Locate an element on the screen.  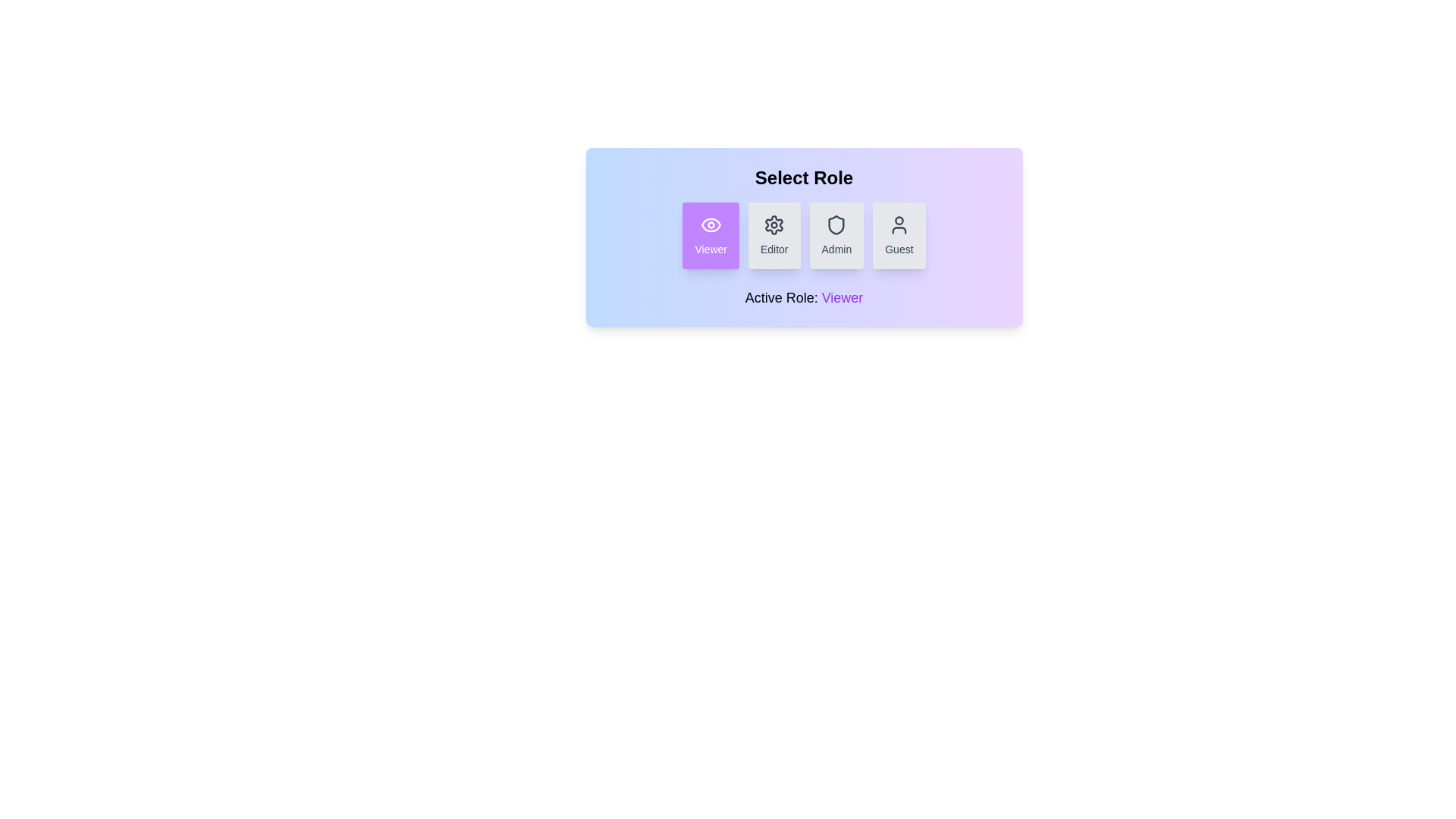
the role Editor by clicking the corresponding button is located at coordinates (774, 236).